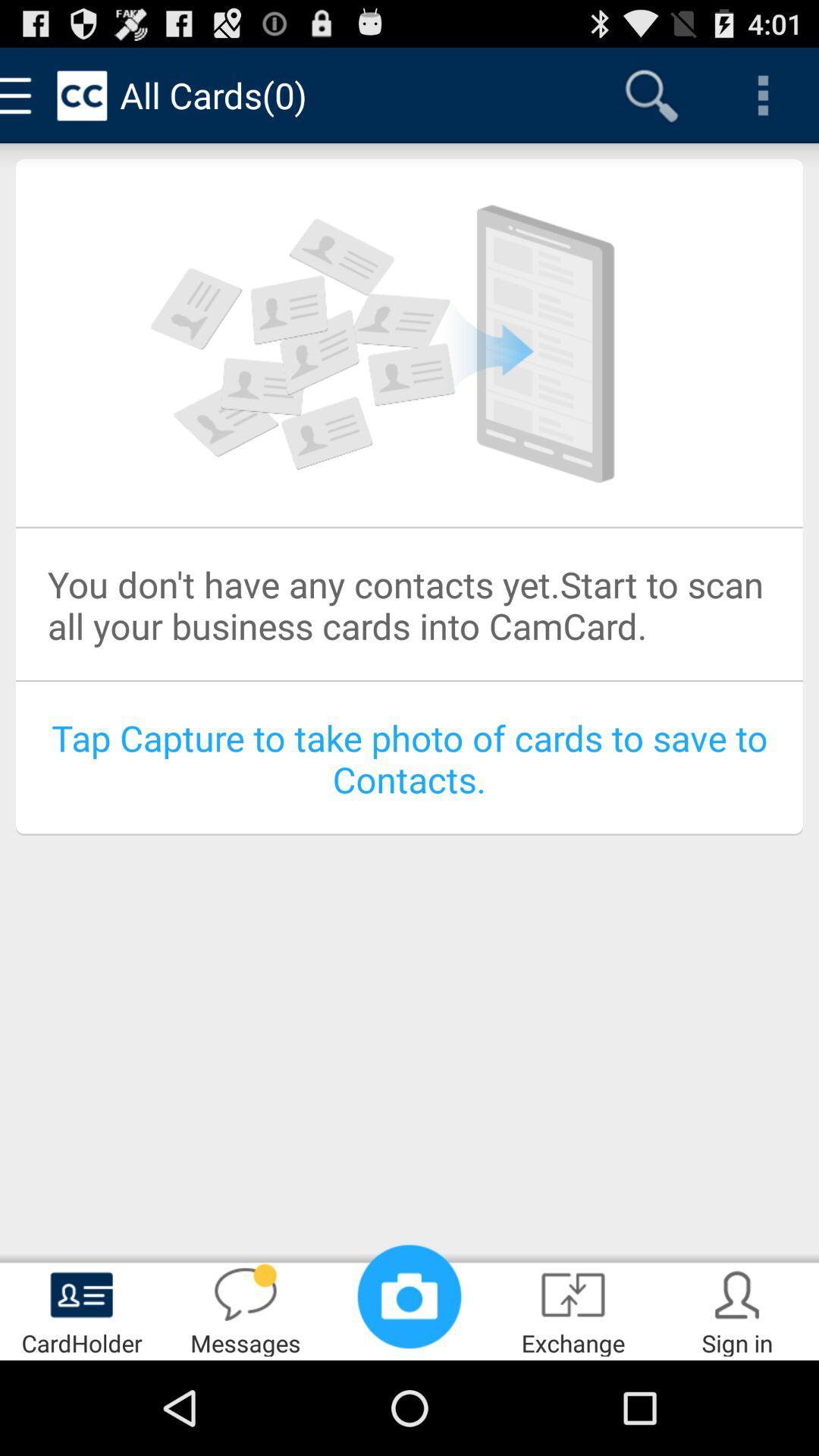 The height and width of the screenshot is (1456, 819). What do you see at coordinates (409, 1295) in the screenshot?
I see `the icon to the left of the exchange icon` at bounding box center [409, 1295].